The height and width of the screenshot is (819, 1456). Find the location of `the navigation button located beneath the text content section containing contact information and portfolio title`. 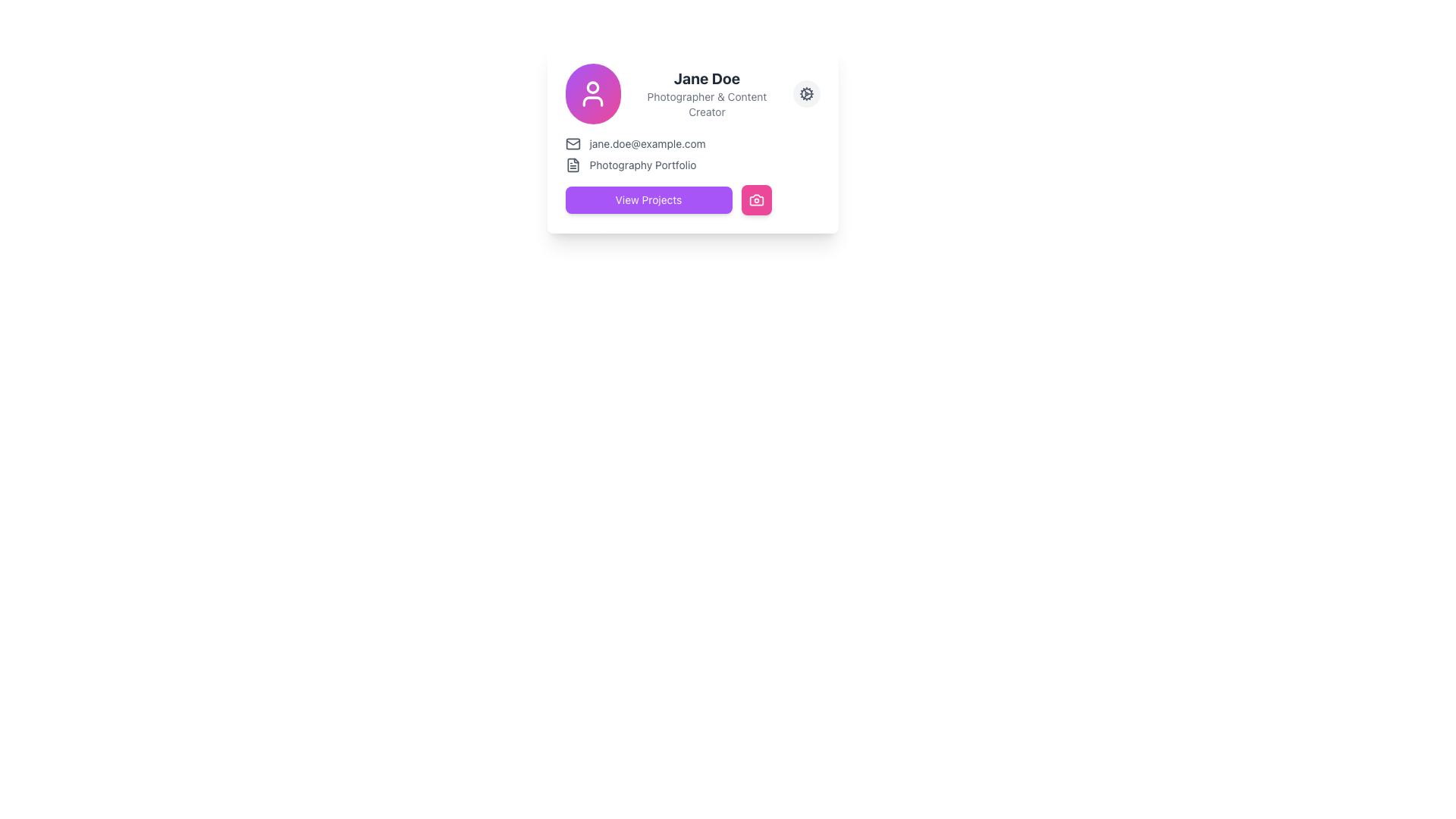

the navigation button located beneath the text content section containing contact information and portfolio title is located at coordinates (692, 199).